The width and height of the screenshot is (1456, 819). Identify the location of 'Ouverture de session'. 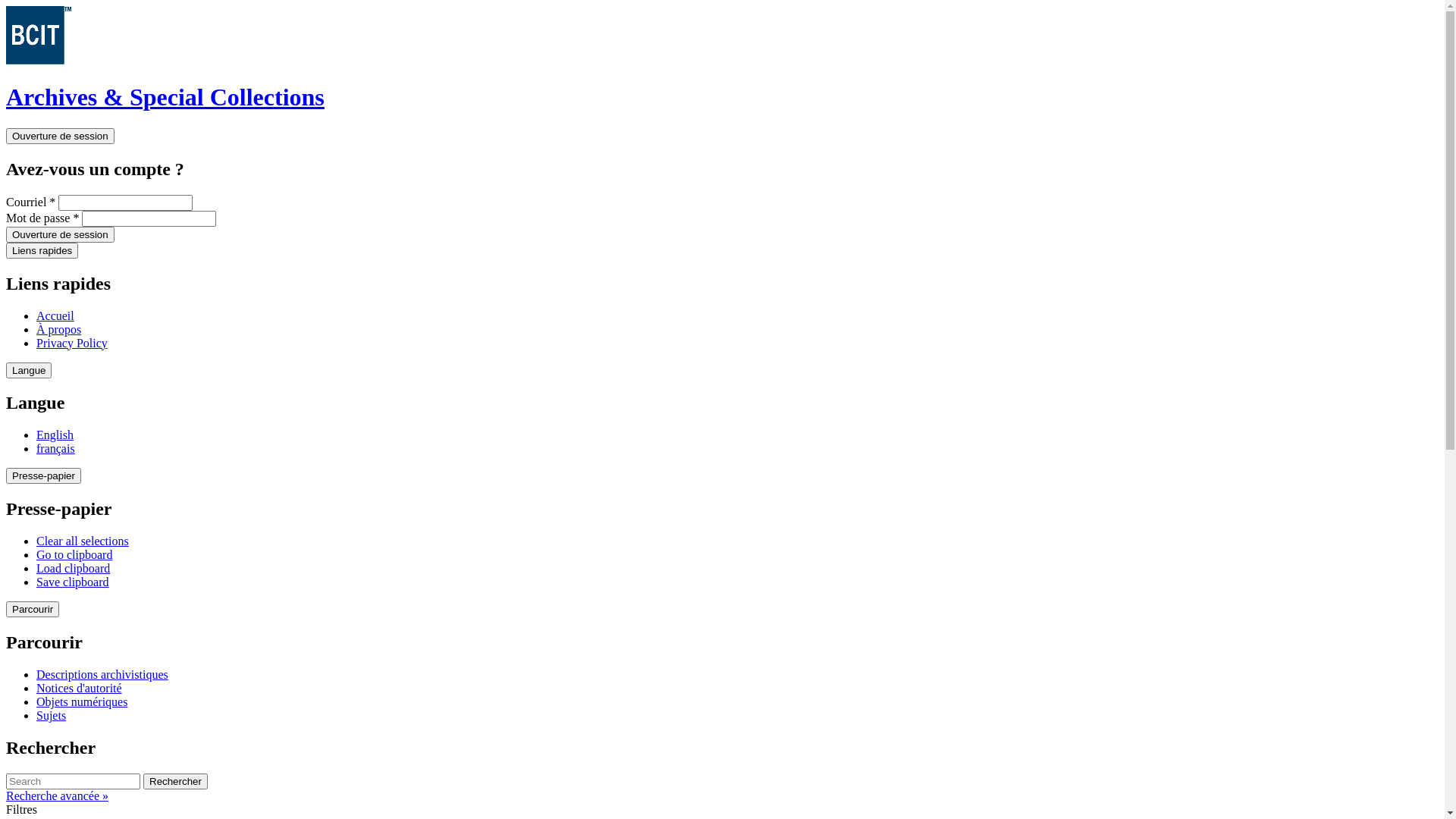
(60, 135).